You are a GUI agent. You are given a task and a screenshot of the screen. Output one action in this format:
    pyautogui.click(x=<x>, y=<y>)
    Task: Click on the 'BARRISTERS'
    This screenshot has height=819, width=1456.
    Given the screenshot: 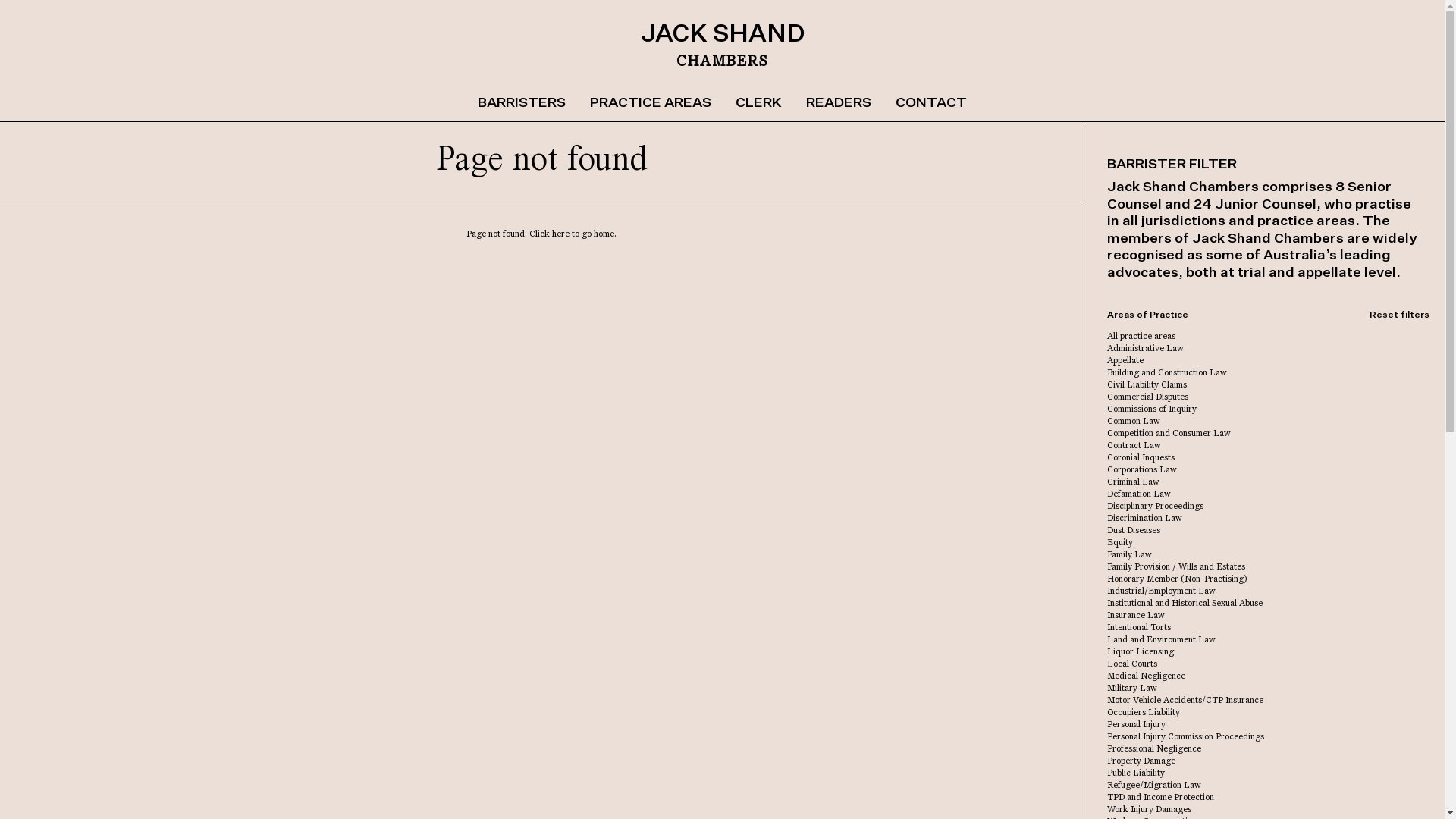 What is the action you would take?
    pyautogui.click(x=521, y=102)
    